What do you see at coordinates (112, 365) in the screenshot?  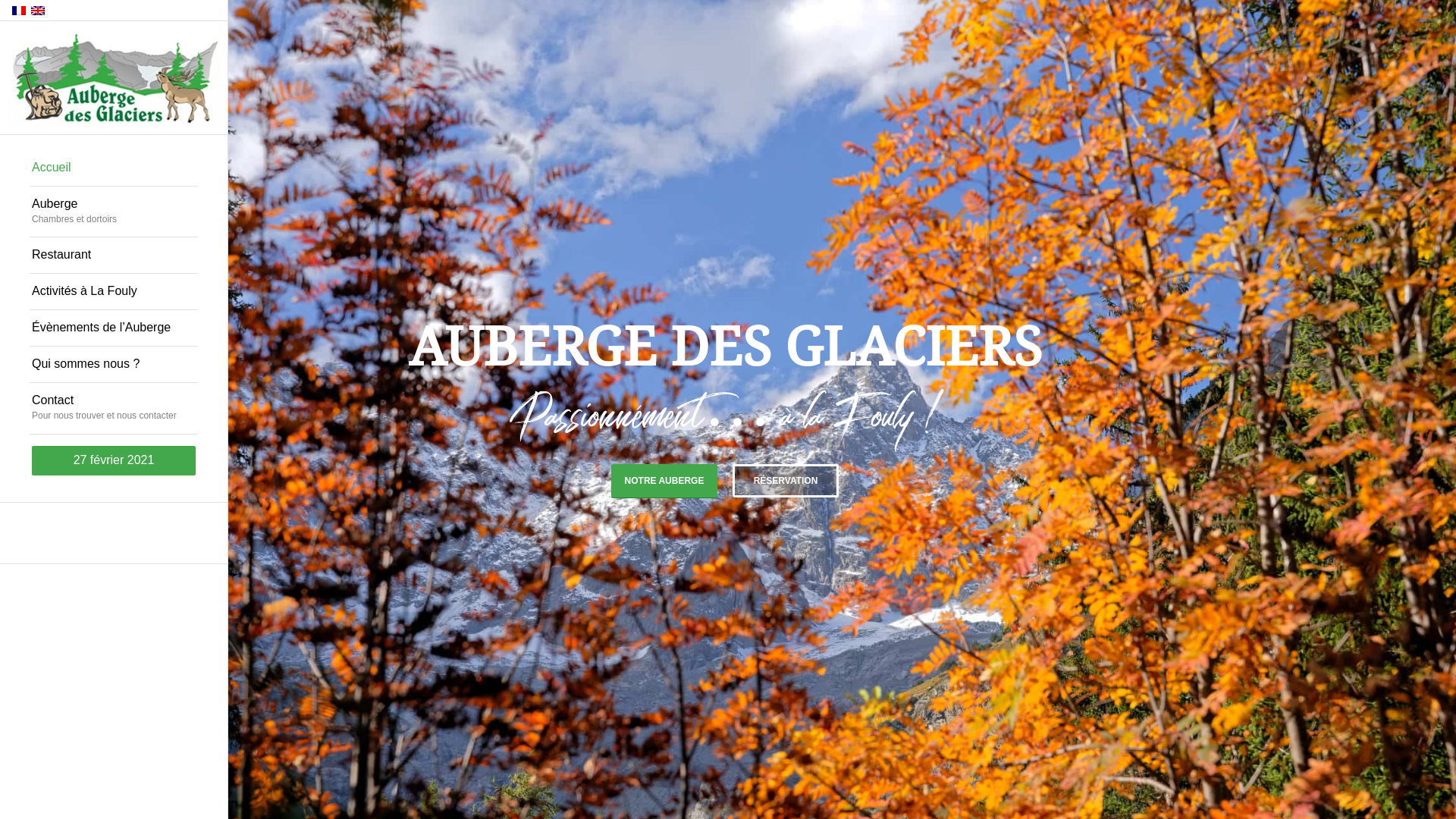 I see `'Qui sommes nous ?'` at bounding box center [112, 365].